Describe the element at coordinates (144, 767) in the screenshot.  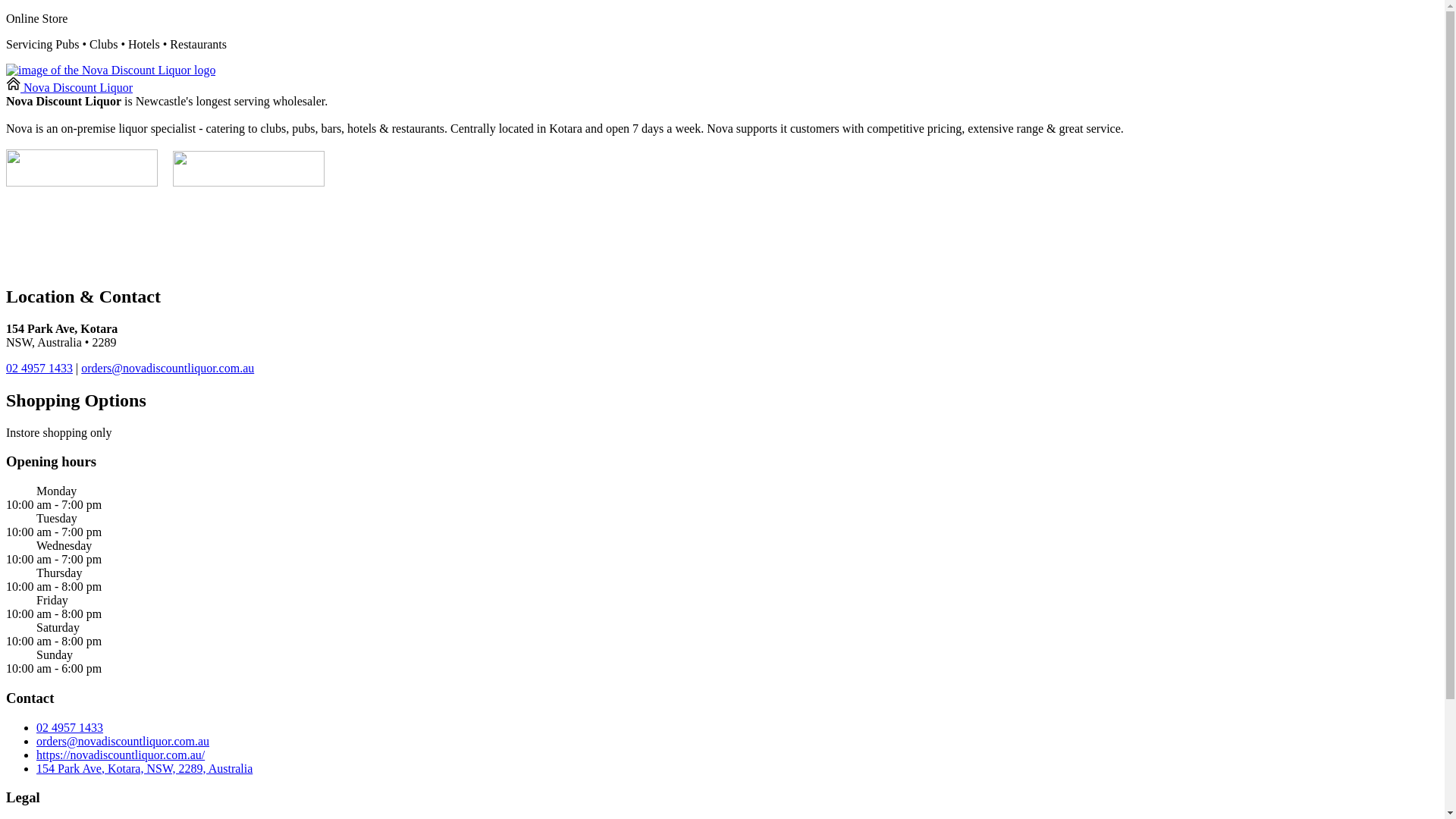
I see `'154 Park Ave, Kotara, NSW, 2289, Australia'` at that location.